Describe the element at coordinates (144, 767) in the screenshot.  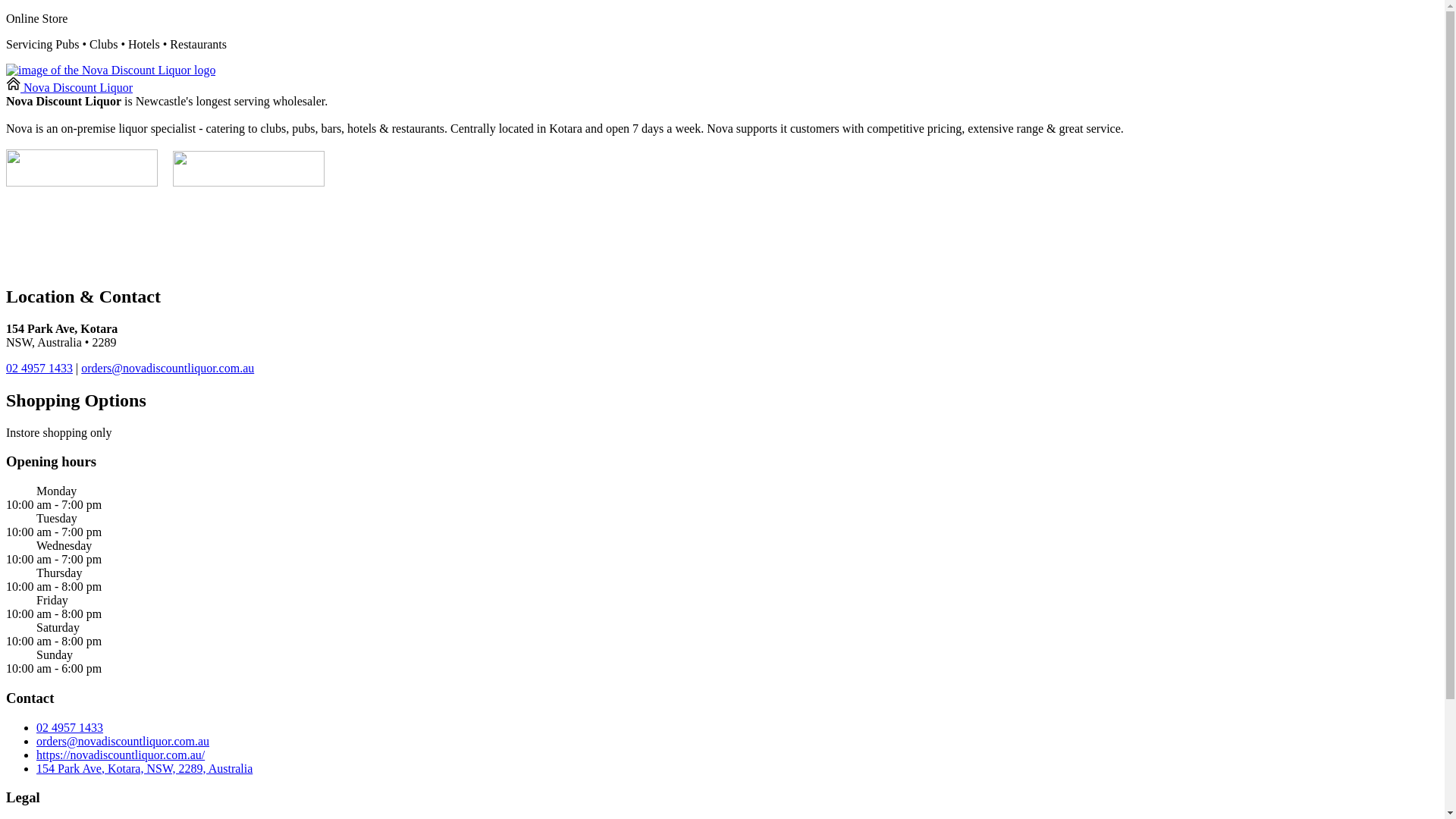
I see `'154 Park Ave, Kotara, NSW, 2289, Australia'` at that location.